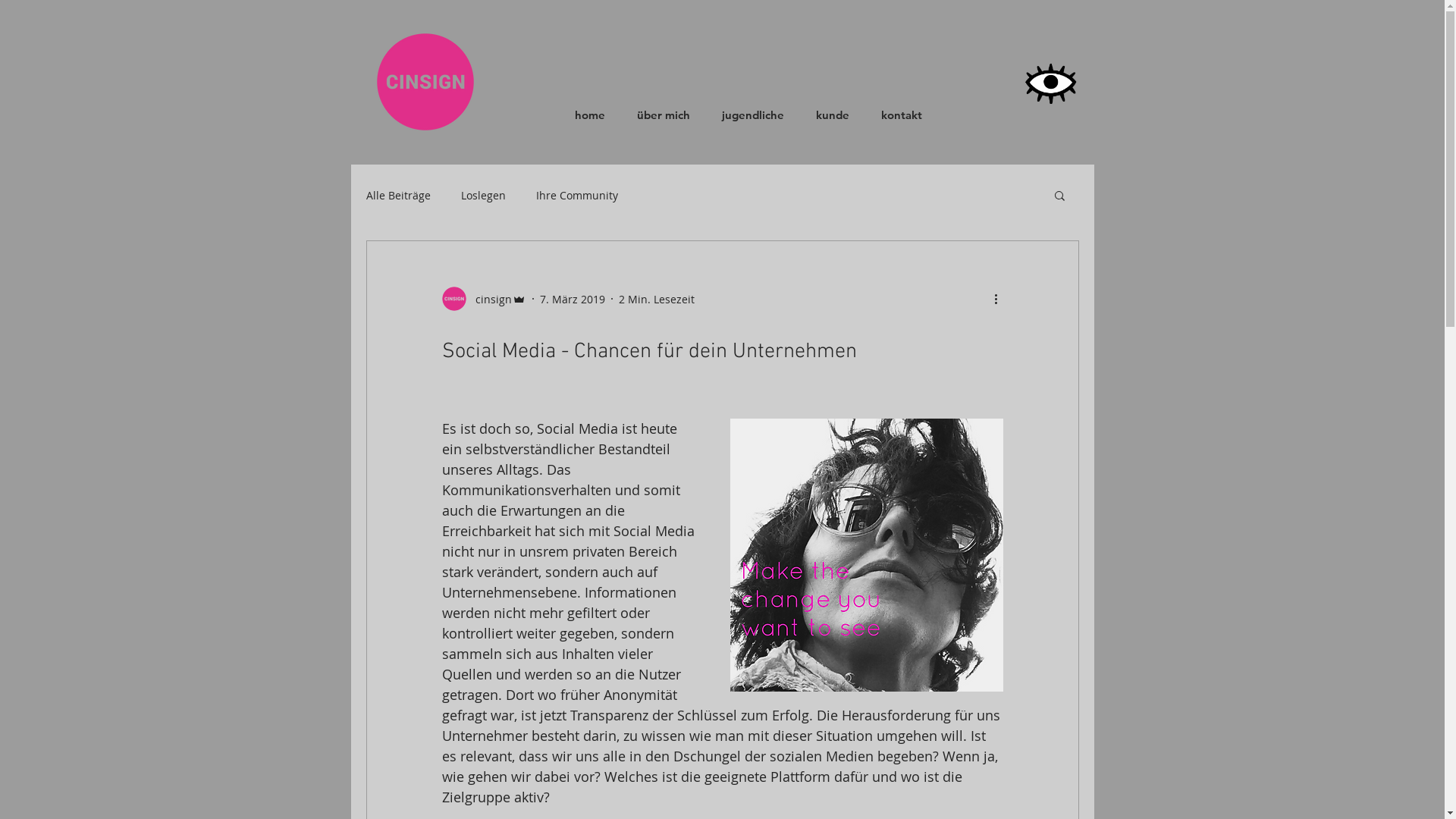 The height and width of the screenshot is (819, 1456). What do you see at coordinates (575, 194) in the screenshot?
I see `'Ihre Community'` at bounding box center [575, 194].